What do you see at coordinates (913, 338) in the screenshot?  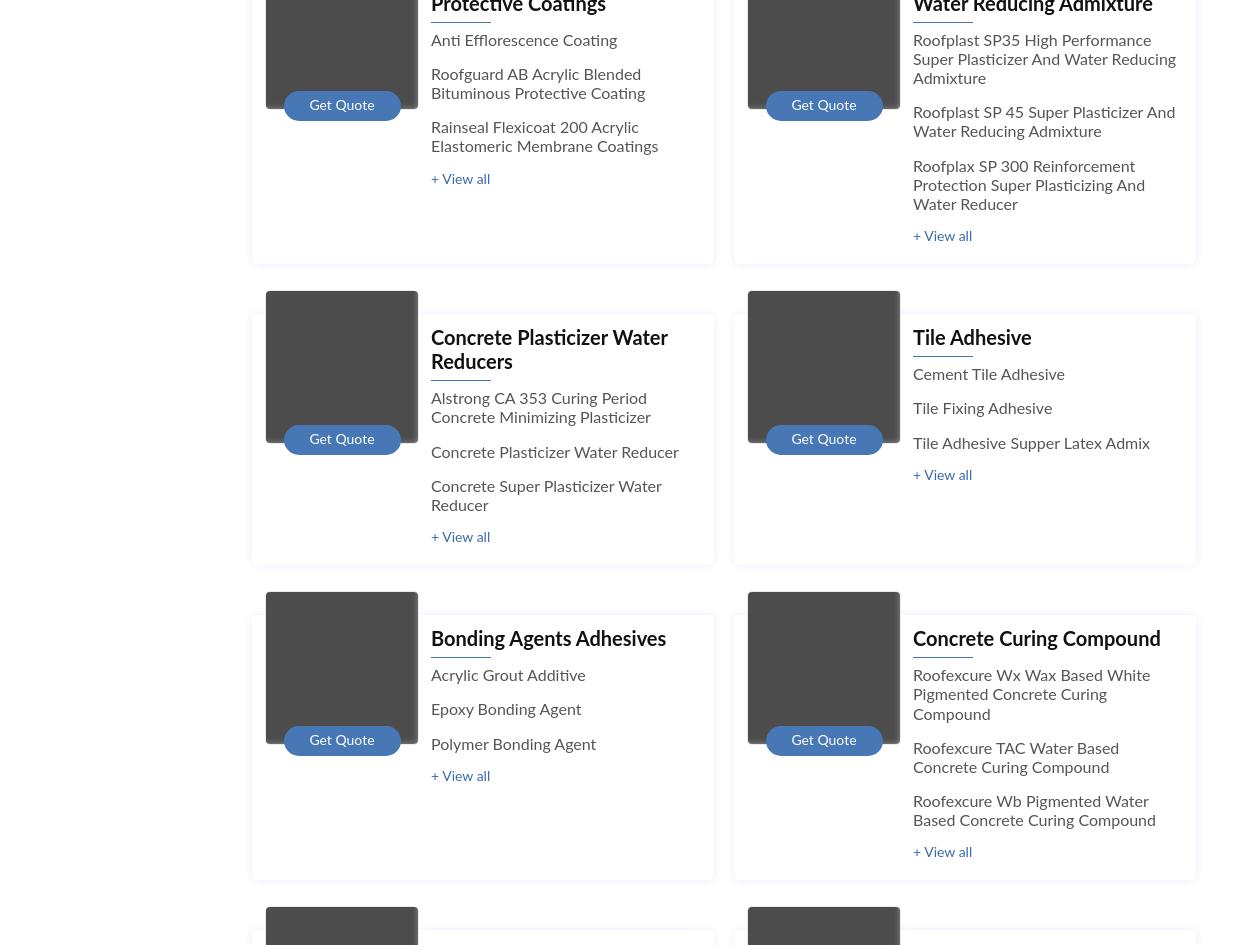 I see `'Tile Adhesive'` at bounding box center [913, 338].